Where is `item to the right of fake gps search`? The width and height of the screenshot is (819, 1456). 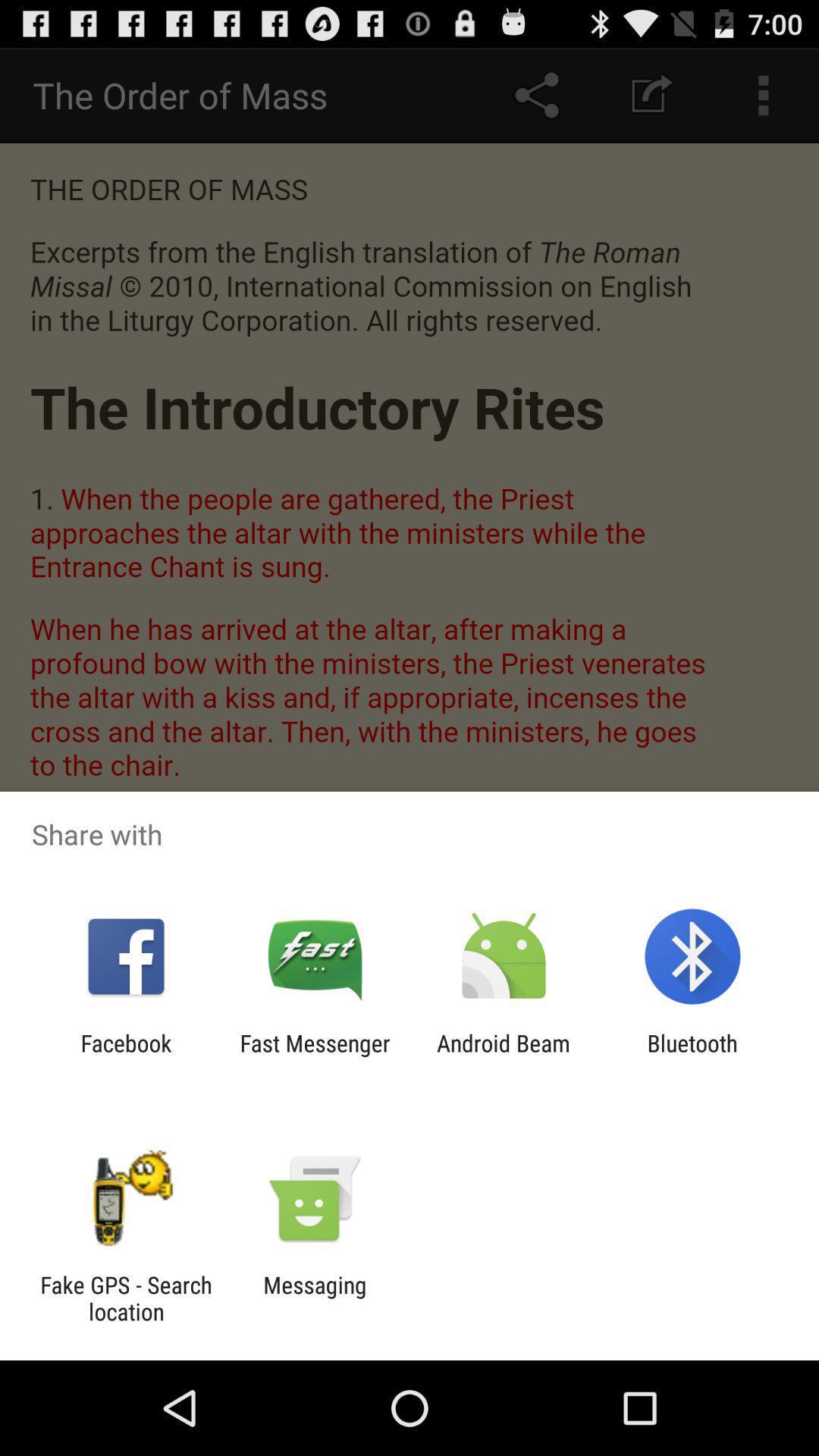 item to the right of fake gps search is located at coordinates (314, 1298).